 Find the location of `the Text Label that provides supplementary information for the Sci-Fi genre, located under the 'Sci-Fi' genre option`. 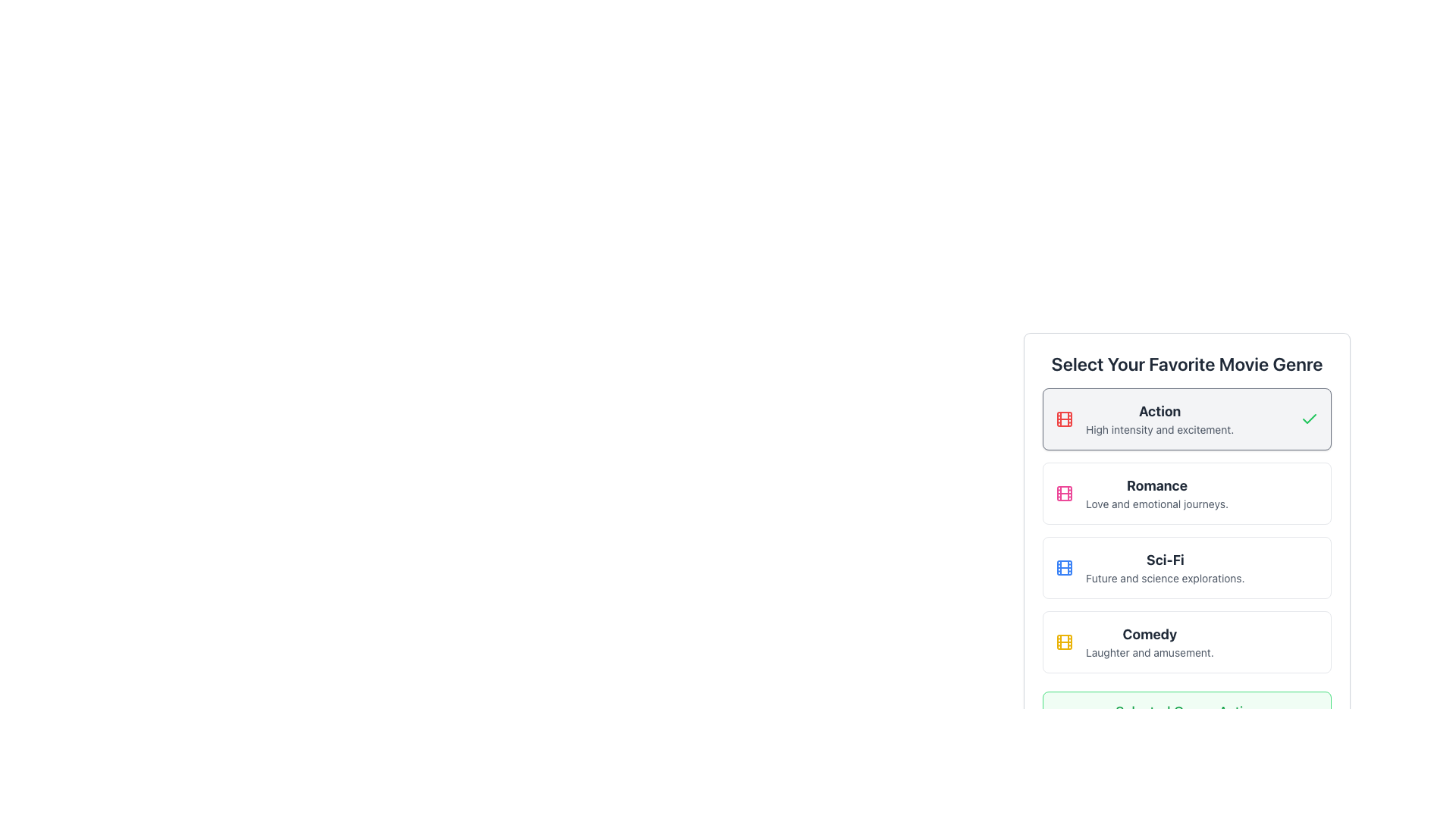

the Text Label that provides supplementary information for the Sci-Fi genre, located under the 'Sci-Fi' genre option is located at coordinates (1164, 579).